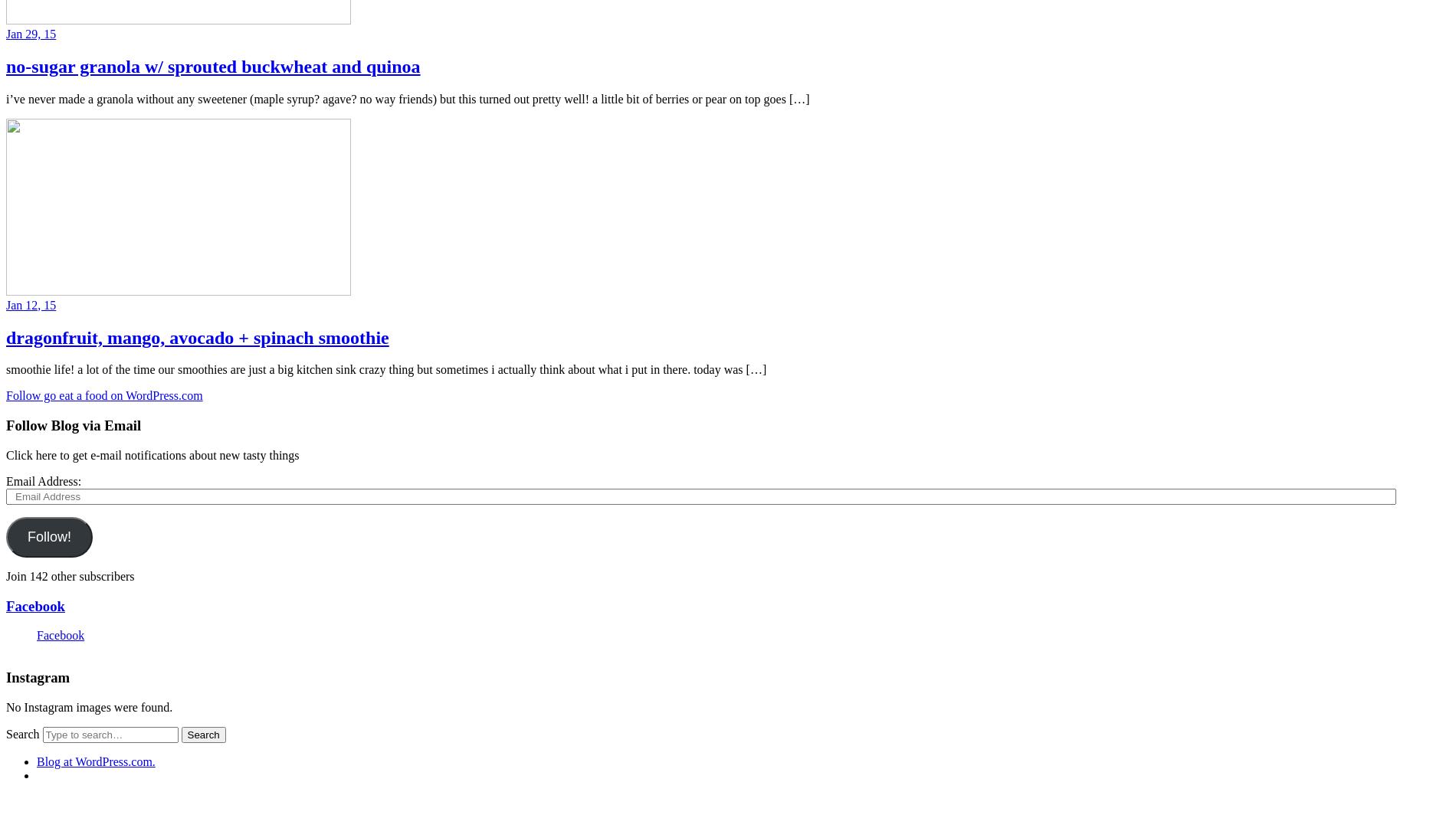 The width and height of the screenshot is (1456, 815). I want to click on 'Jan 12, 15', so click(31, 304).